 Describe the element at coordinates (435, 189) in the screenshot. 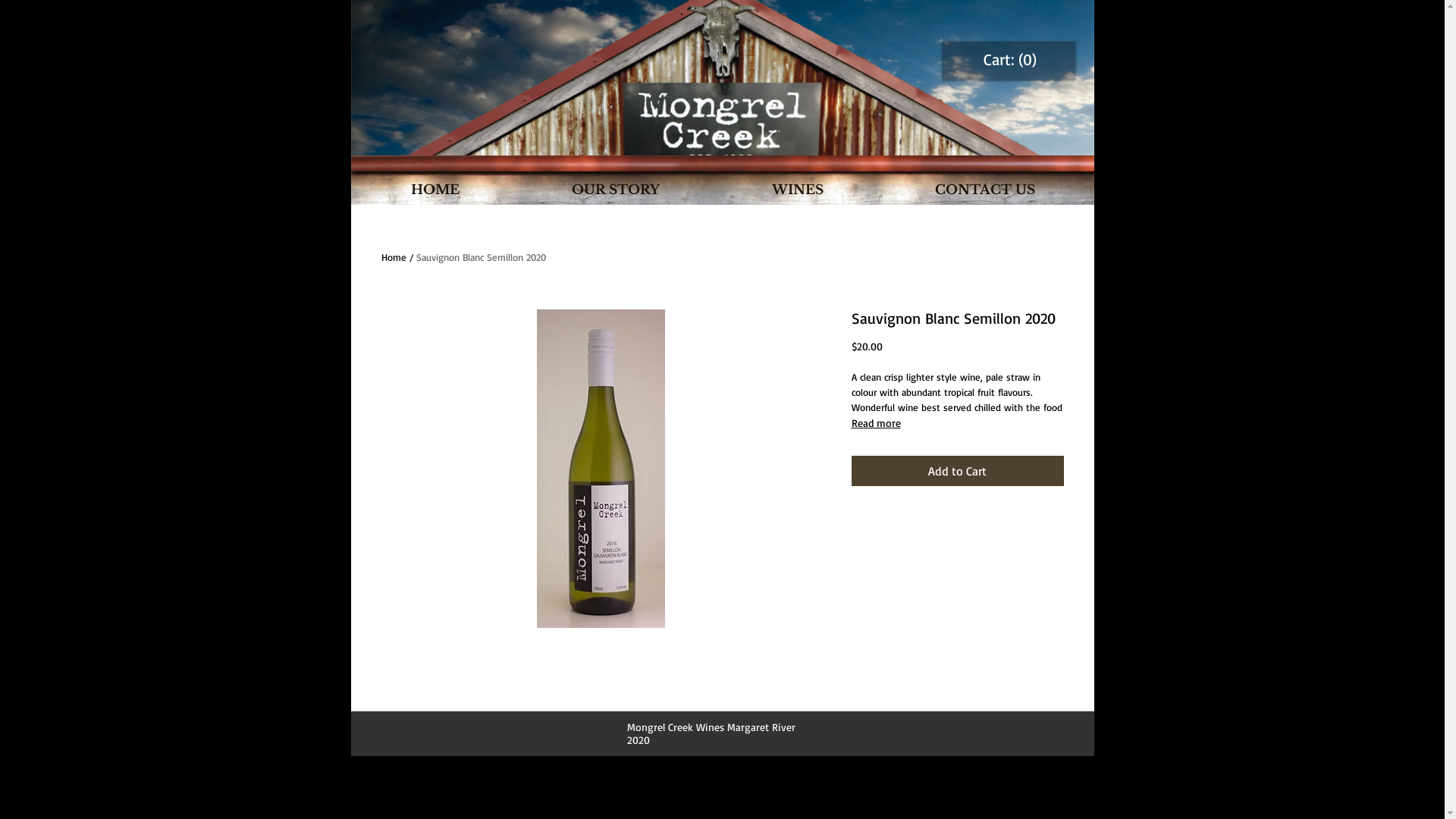

I see `'HOME'` at that location.